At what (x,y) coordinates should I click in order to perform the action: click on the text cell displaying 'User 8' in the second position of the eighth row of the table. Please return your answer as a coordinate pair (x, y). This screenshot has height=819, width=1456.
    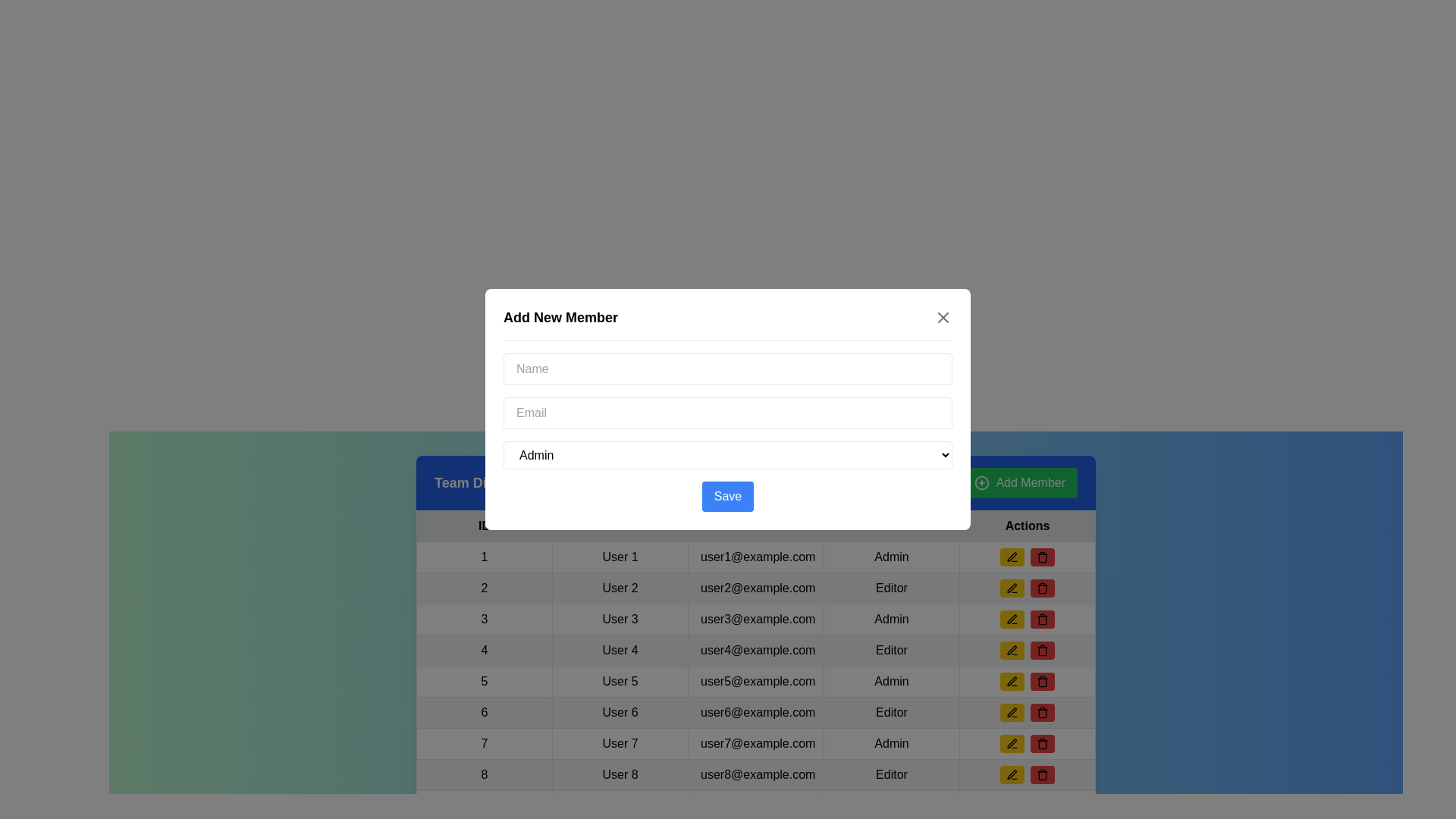
    Looking at the image, I should click on (620, 775).